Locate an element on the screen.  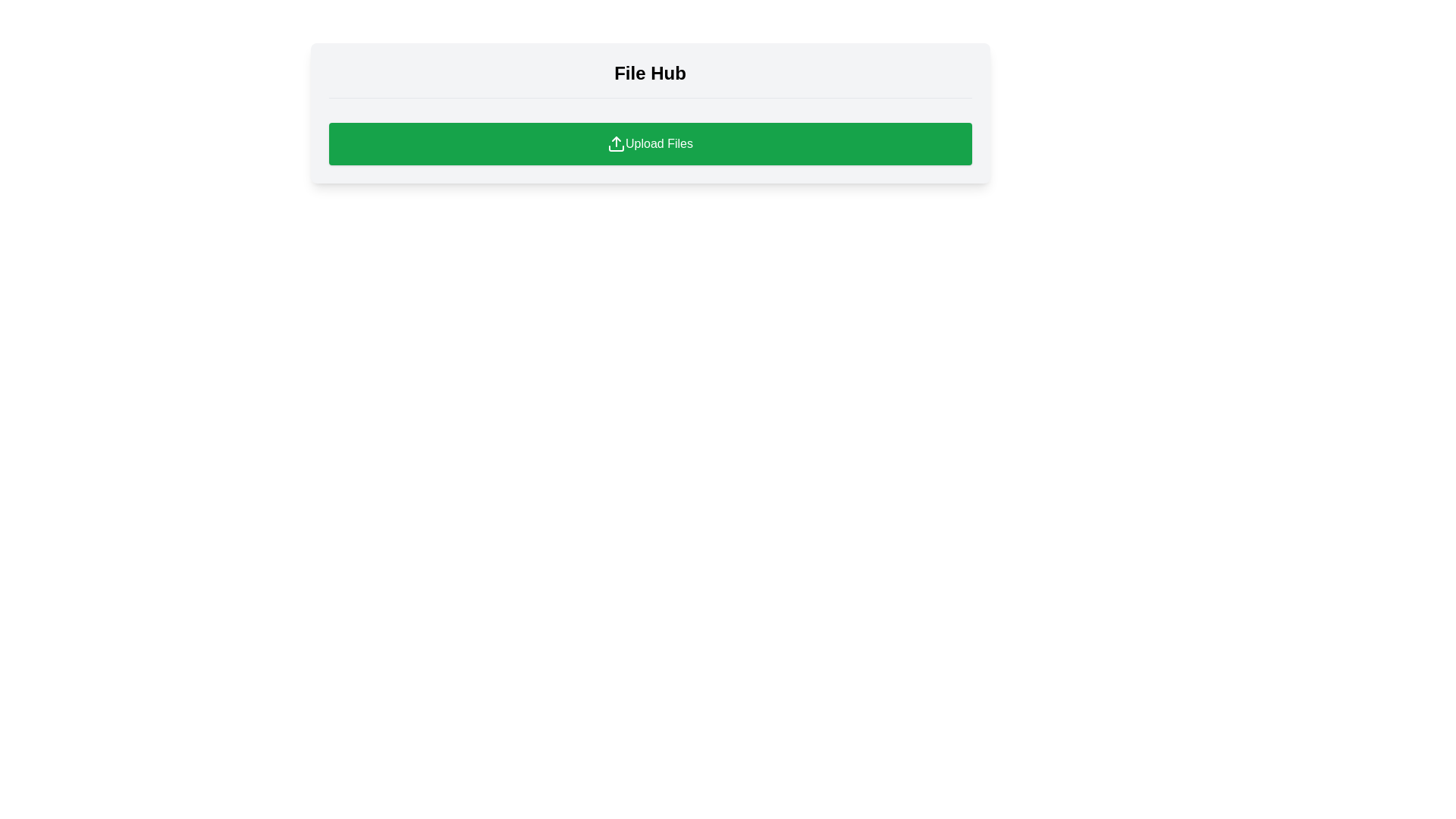
the static text label indicating 'File Hub', which serves as a title for file management or browsing is located at coordinates (650, 73).